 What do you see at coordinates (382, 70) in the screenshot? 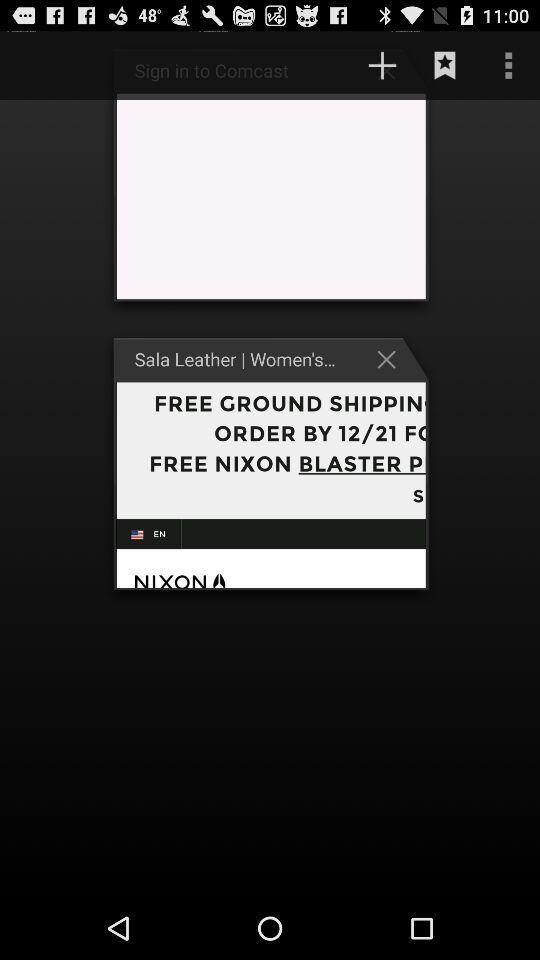
I see `the add icon` at bounding box center [382, 70].